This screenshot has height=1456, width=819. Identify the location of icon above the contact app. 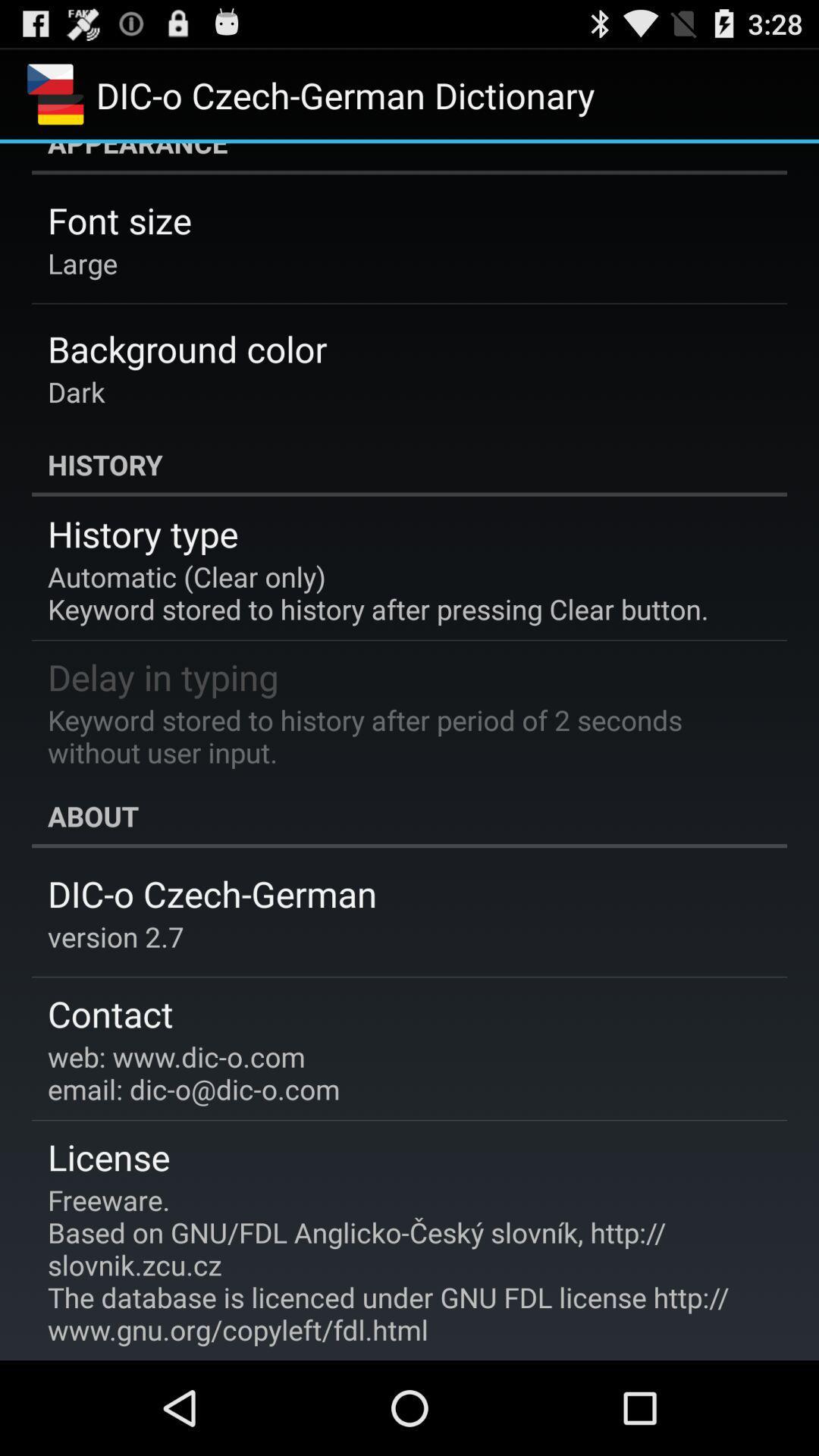
(115, 936).